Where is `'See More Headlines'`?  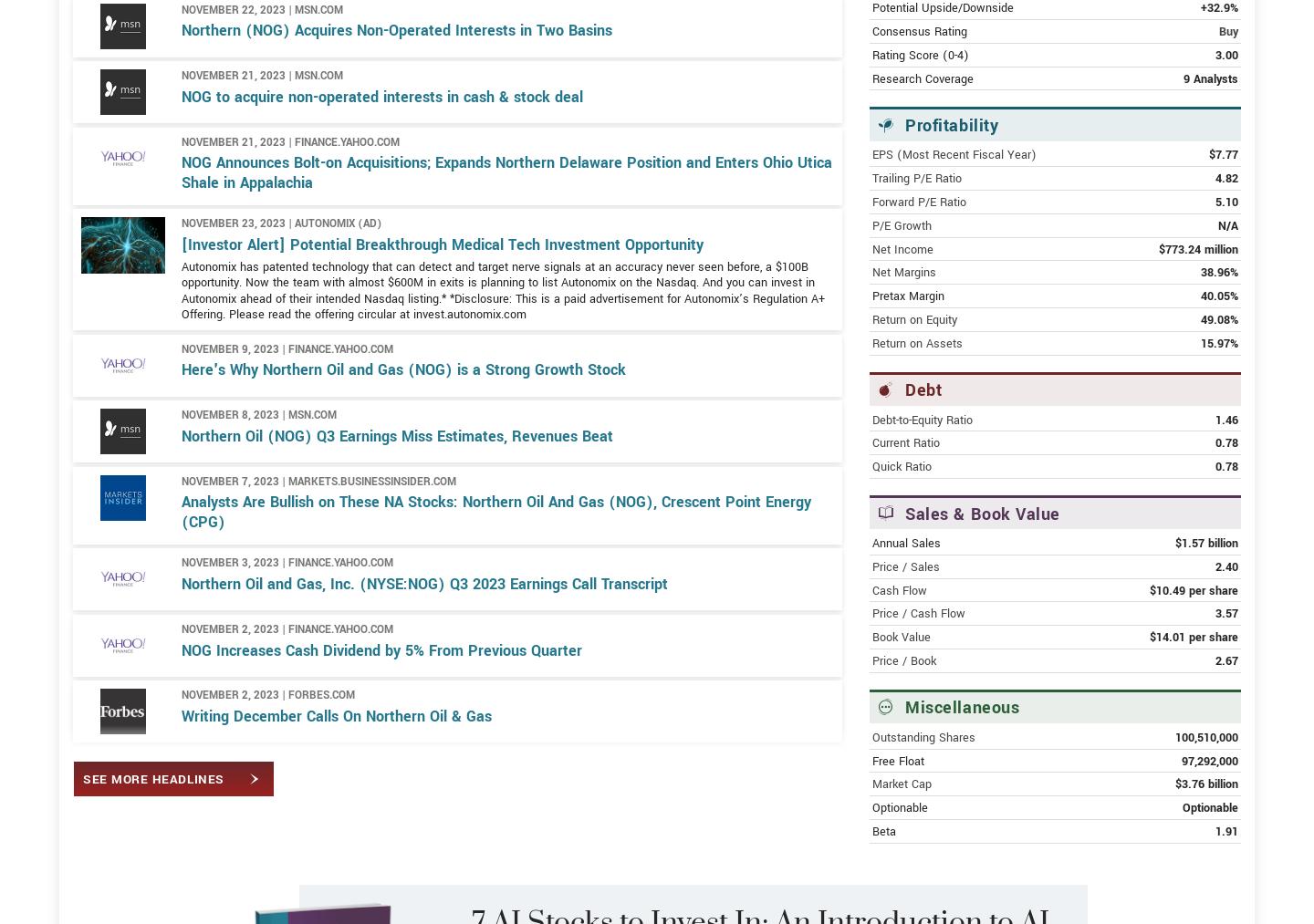
'See More Headlines' is located at coordinates (83, 845).